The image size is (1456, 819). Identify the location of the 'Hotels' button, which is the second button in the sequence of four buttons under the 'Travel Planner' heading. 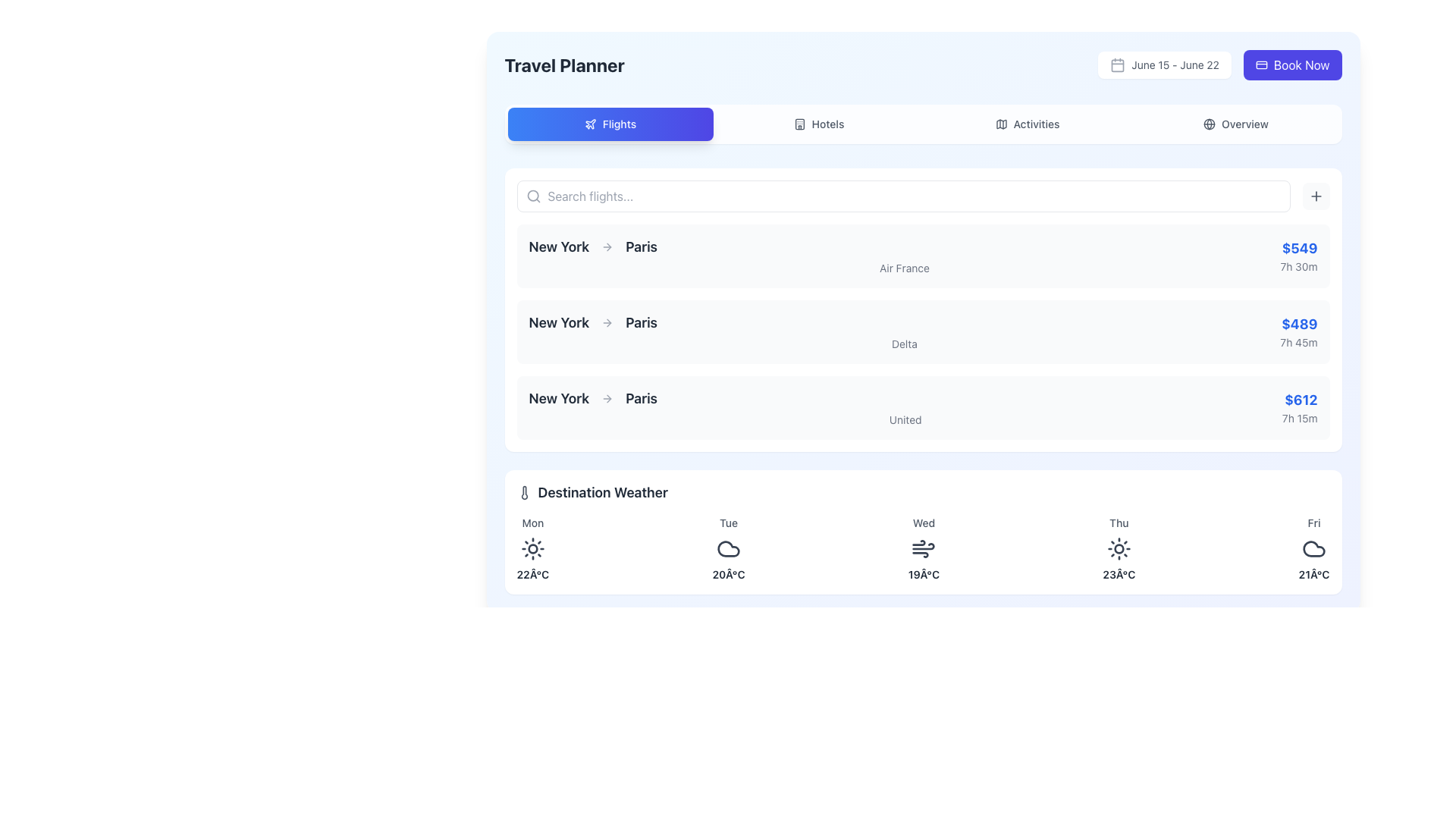
(818, 124).